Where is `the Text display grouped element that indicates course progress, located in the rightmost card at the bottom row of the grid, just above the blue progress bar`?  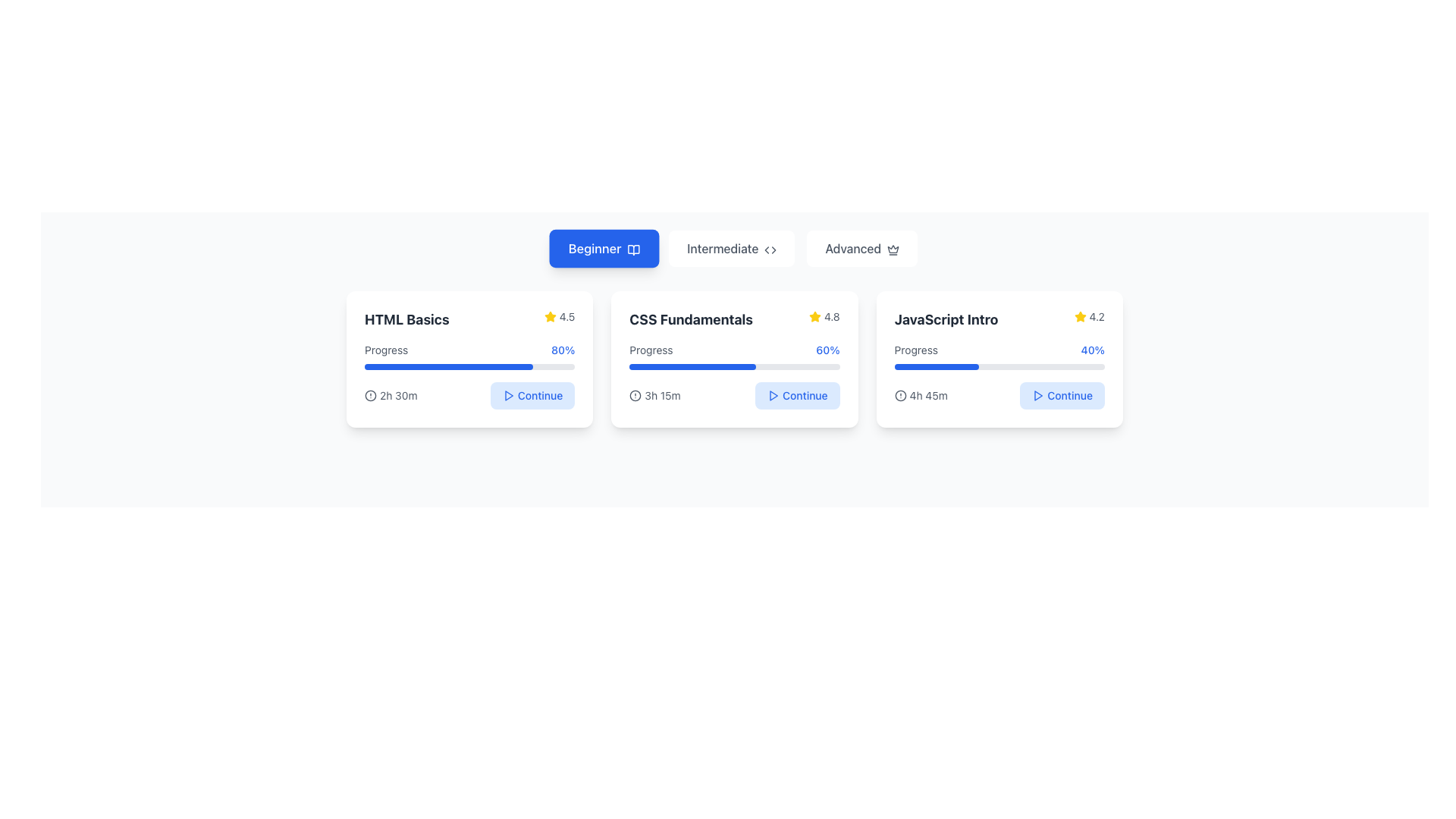
the Text display grouped element that indicates course progress, located in the rightmost card at the bottom row of the grid, just above the blue progress bar is located at coordinates (999, 350).